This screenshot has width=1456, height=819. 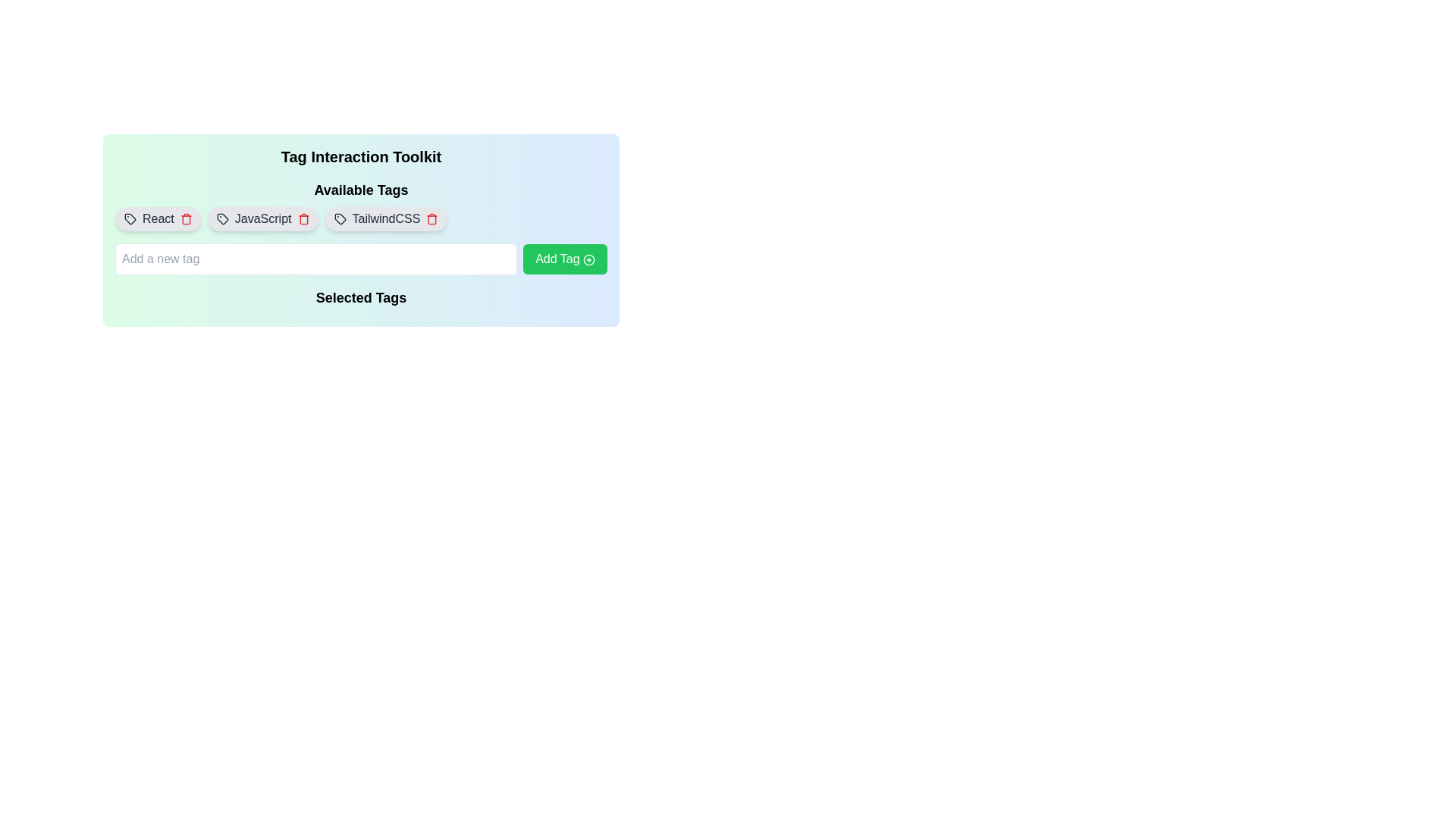 What do you see at coordinates (130, 219) in the screenshot?
I see `the small, tag-shaped icon with a circular dot, located at the top left of the 'React' text in the 'Available Tags' section` at bounding box center [130, 219].